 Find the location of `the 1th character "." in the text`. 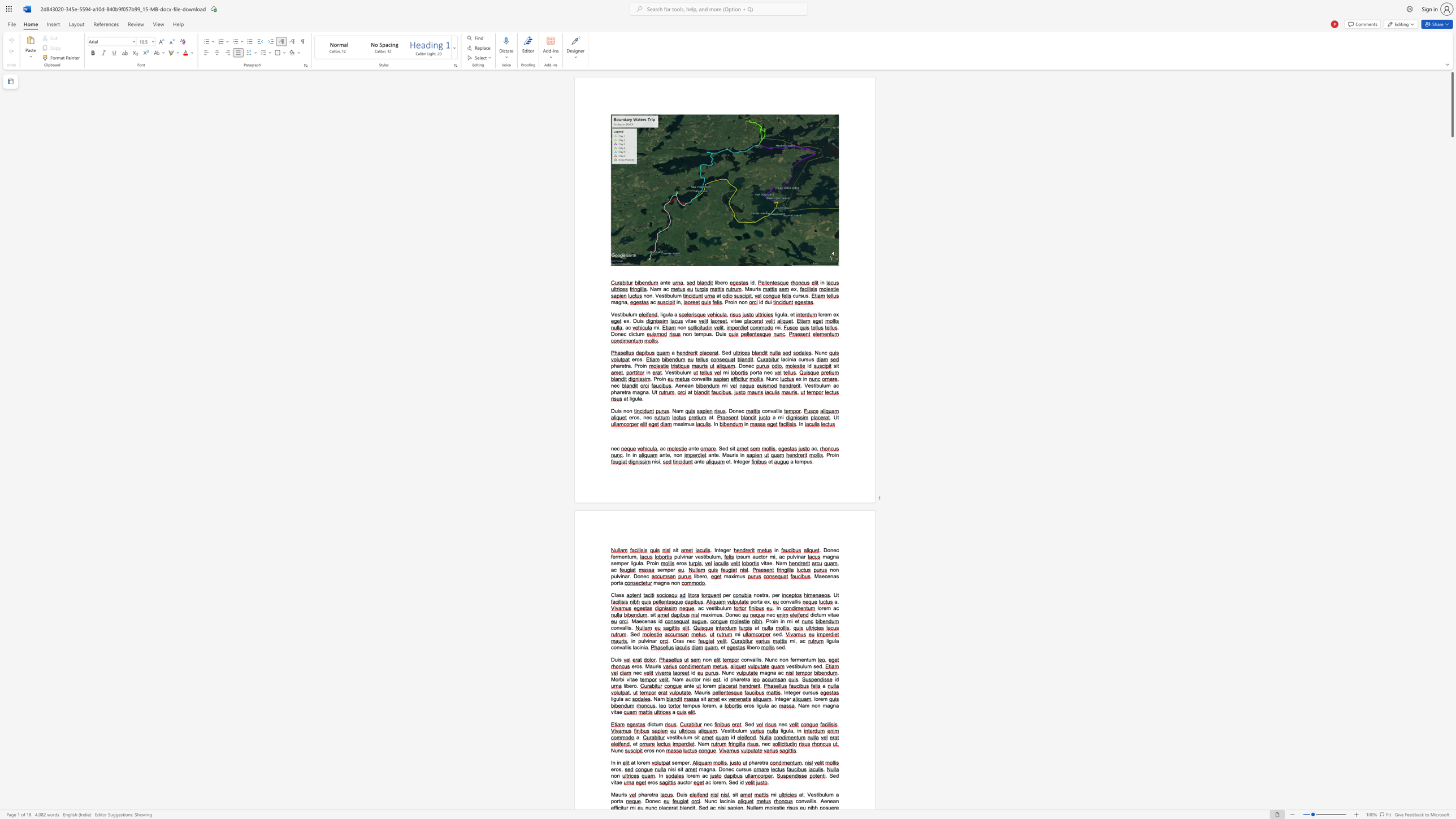

the 1th character "." in the text is located at coordinates (837, 672).